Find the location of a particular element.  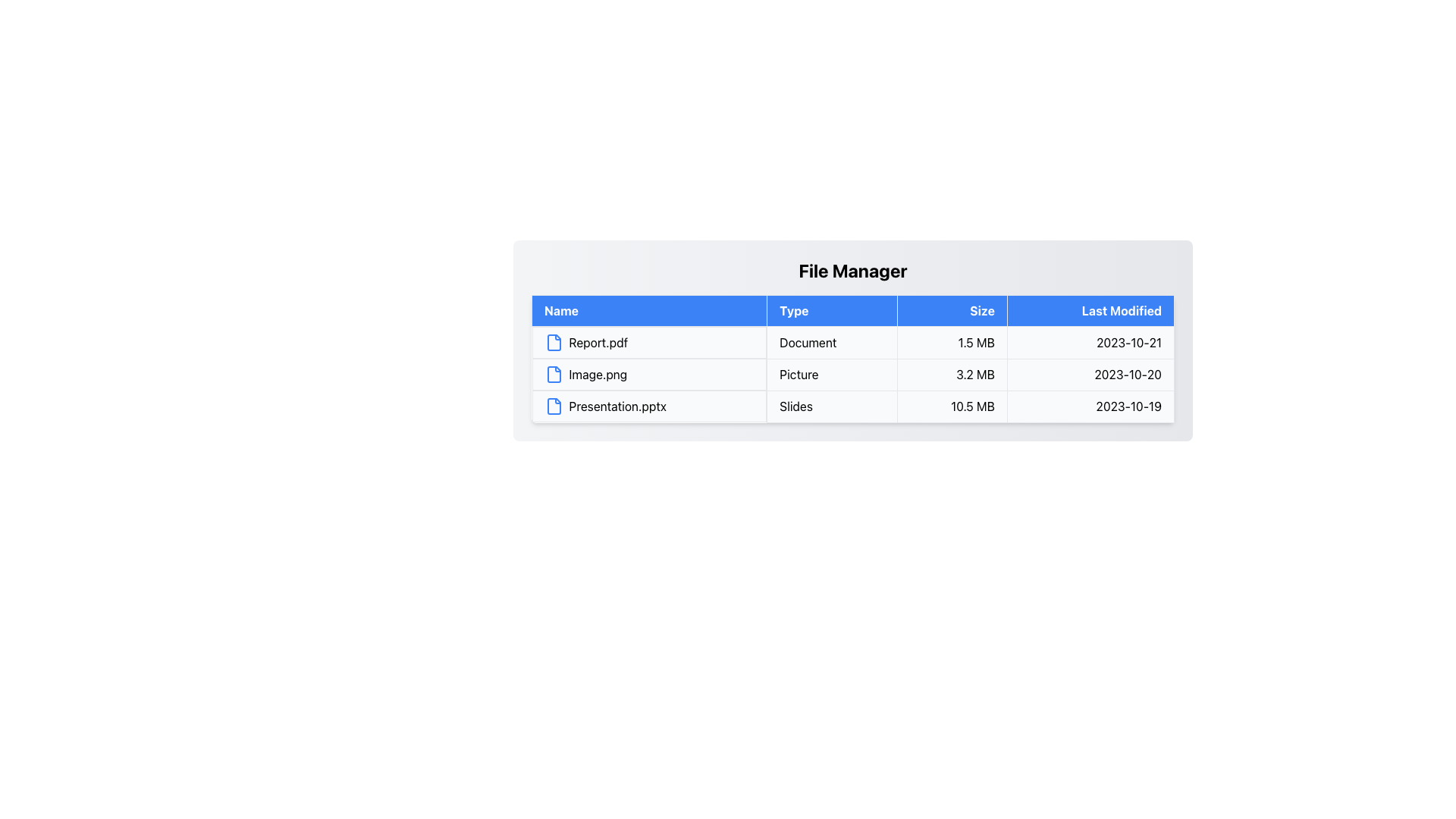

the table header cell displaying 'Last Modified', which is the last column header in the data table with a blue background and white text aligned to the right is located at coordinates (1090, 309).